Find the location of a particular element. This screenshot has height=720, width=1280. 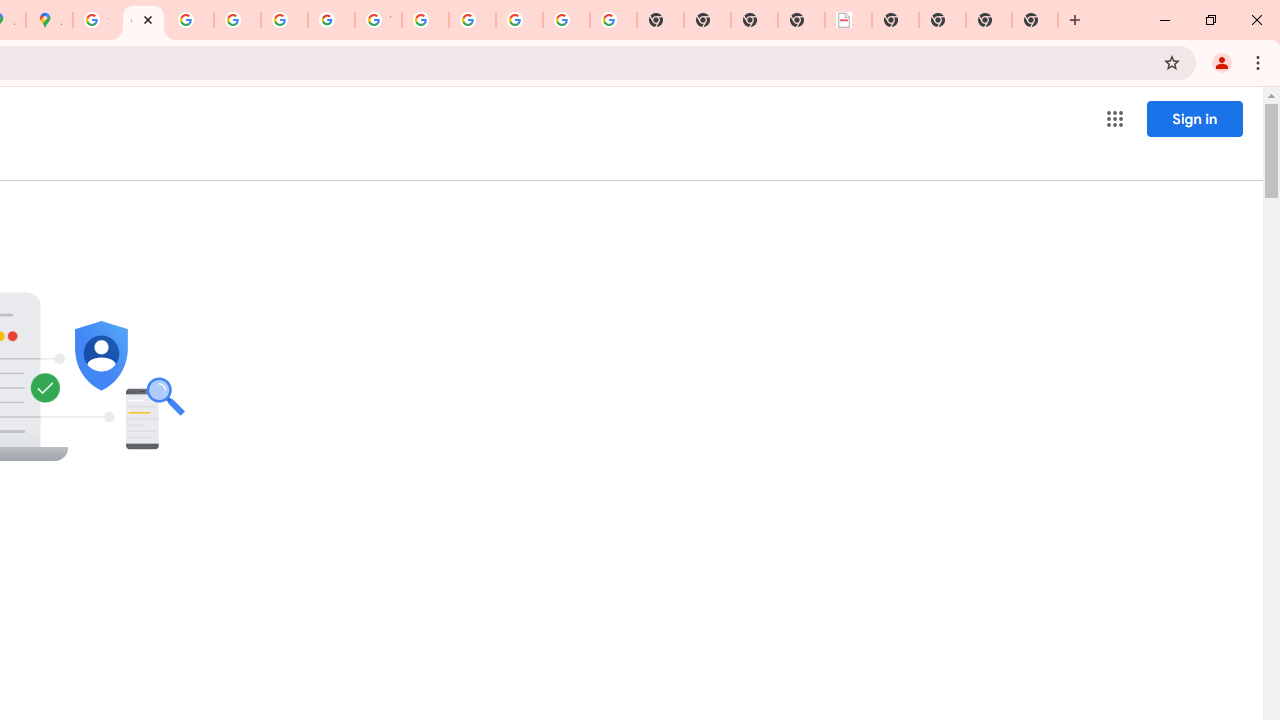

'New Tab' is located at coordinates (989, 20).